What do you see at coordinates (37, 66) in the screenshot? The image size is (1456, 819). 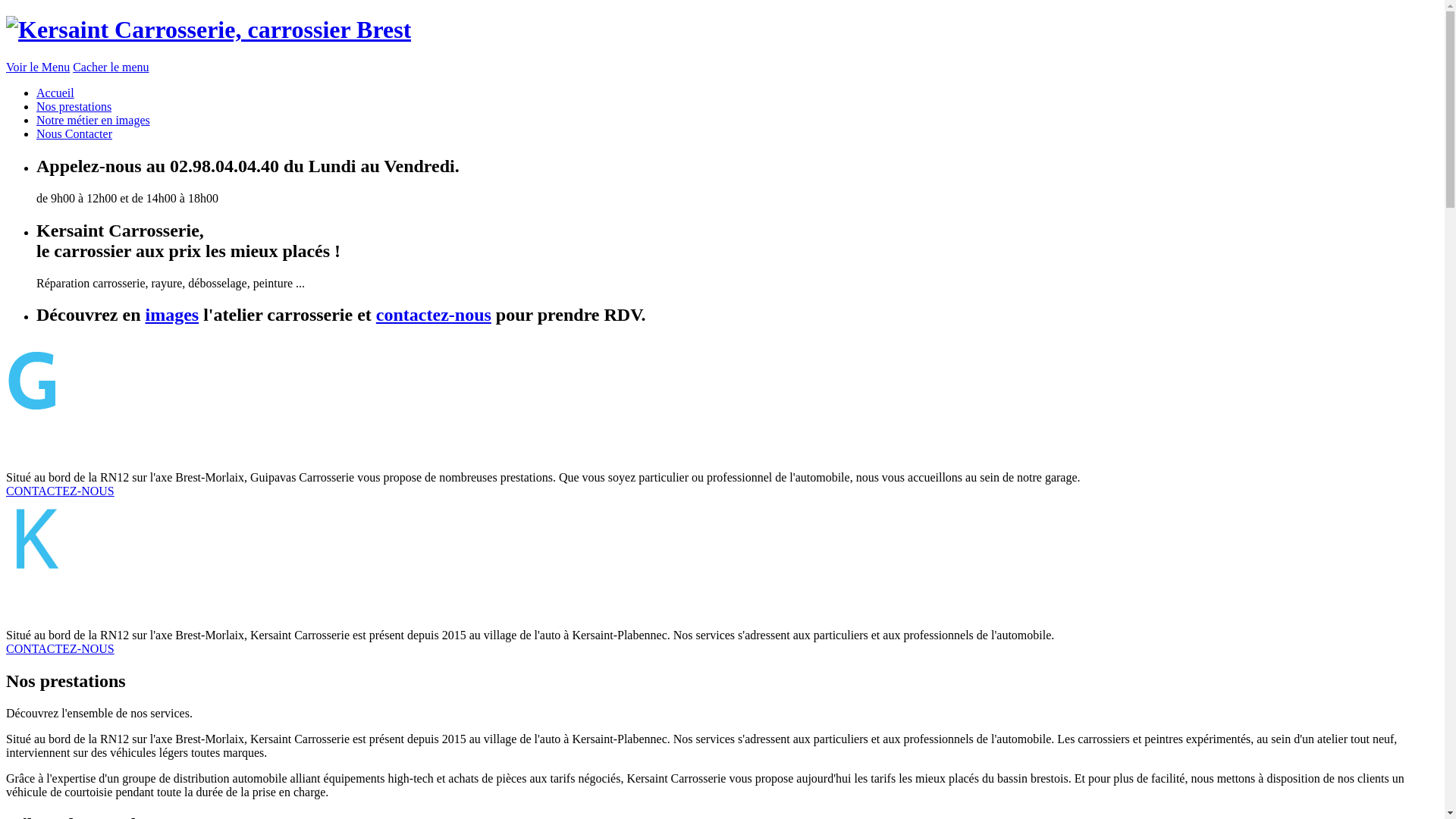 I see `'Voir le Menu'` at bounding box center [37, 66].